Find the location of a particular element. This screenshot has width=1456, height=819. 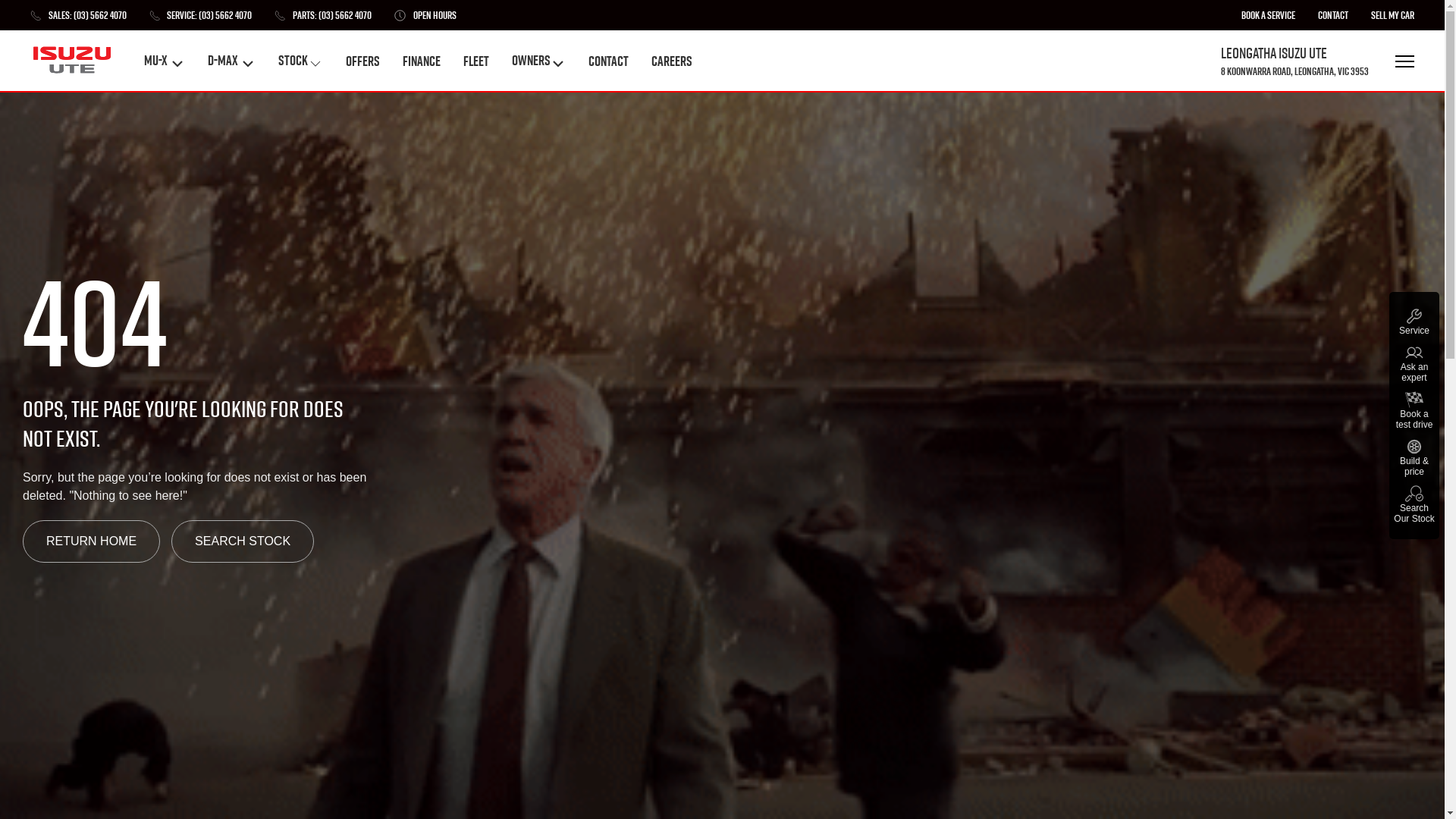

'Service' is located at coordinates (1414, 321).